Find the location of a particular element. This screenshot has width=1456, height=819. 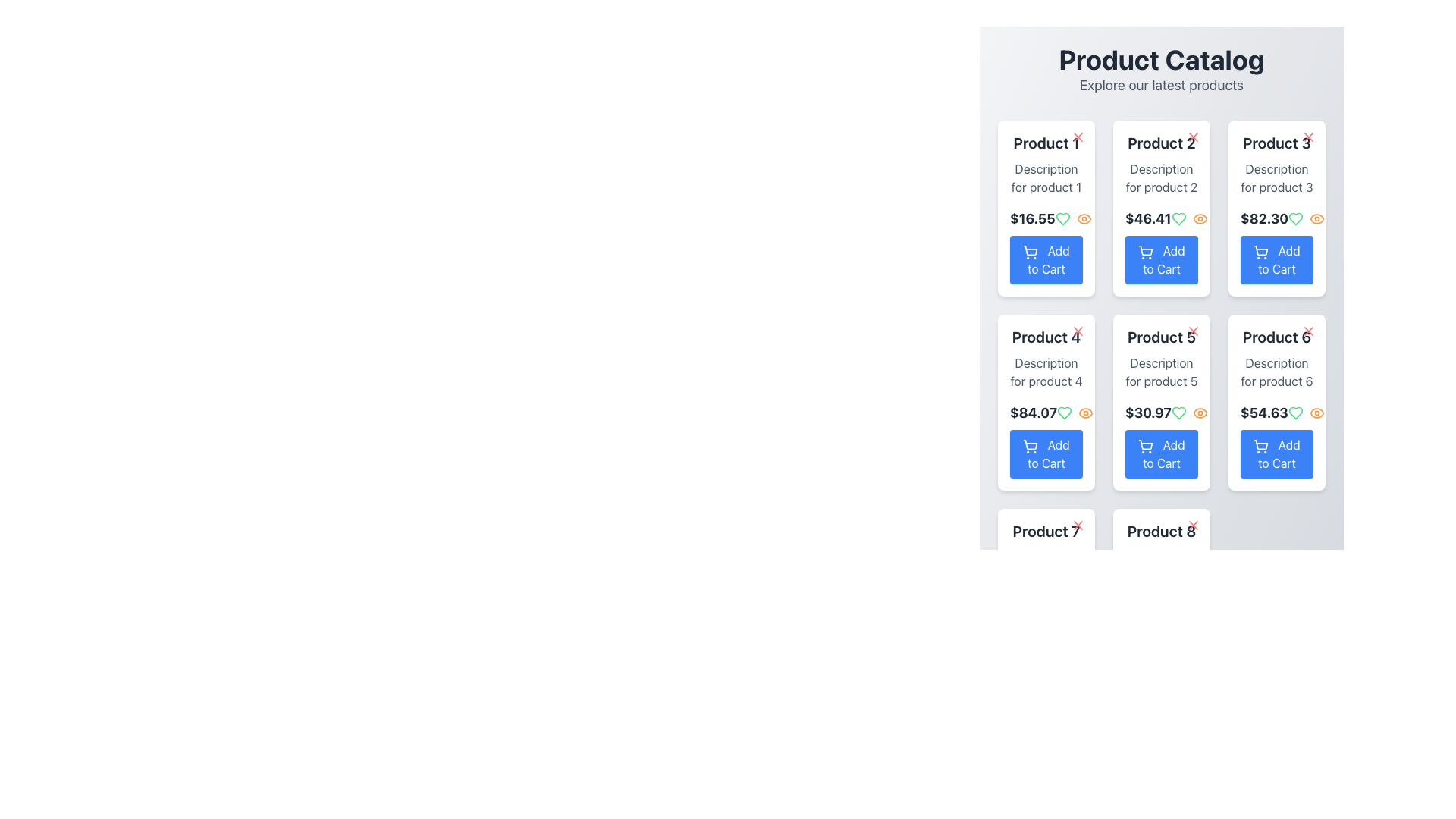

the label or title for the product item located at the top section of the second card in the first row of the grid layout, below 'Product Catalog' is located at coordinates (1160, 143).